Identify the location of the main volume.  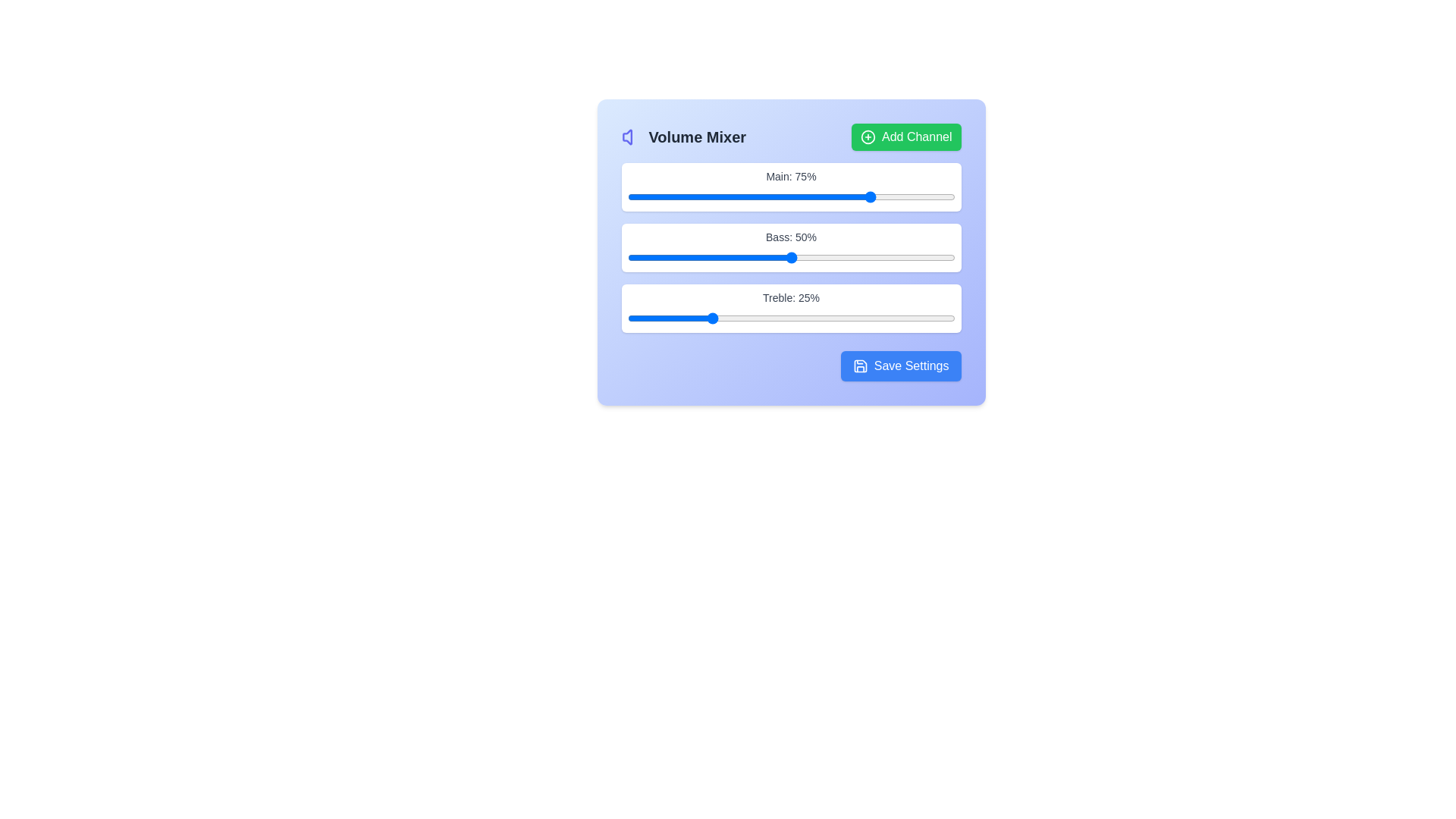
(729, 196).